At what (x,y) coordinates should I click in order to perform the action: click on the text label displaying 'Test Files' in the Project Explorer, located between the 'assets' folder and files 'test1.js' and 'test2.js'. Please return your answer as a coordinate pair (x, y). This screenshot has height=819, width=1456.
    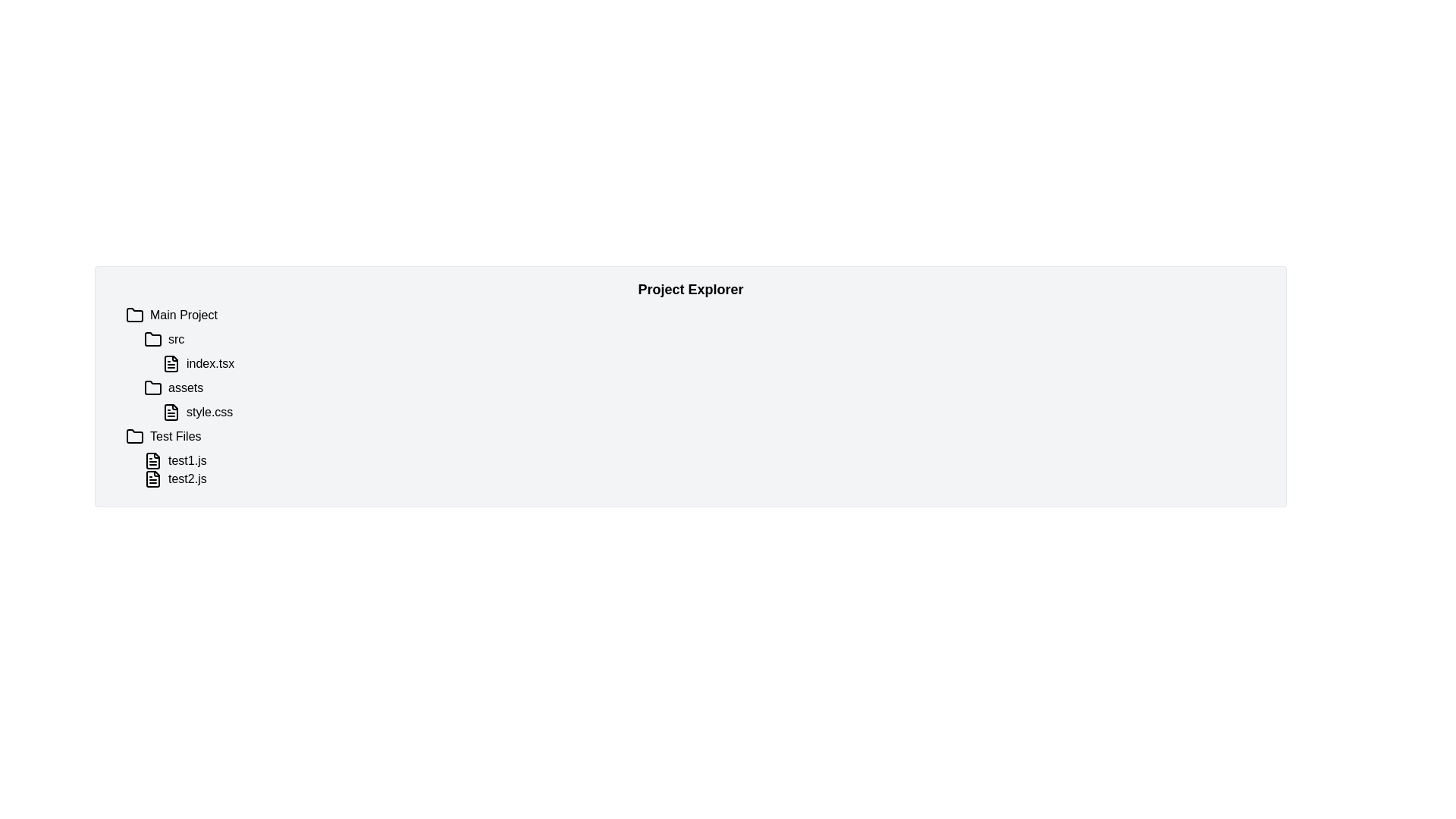
    Looking at the image, I should click on (175, 436).